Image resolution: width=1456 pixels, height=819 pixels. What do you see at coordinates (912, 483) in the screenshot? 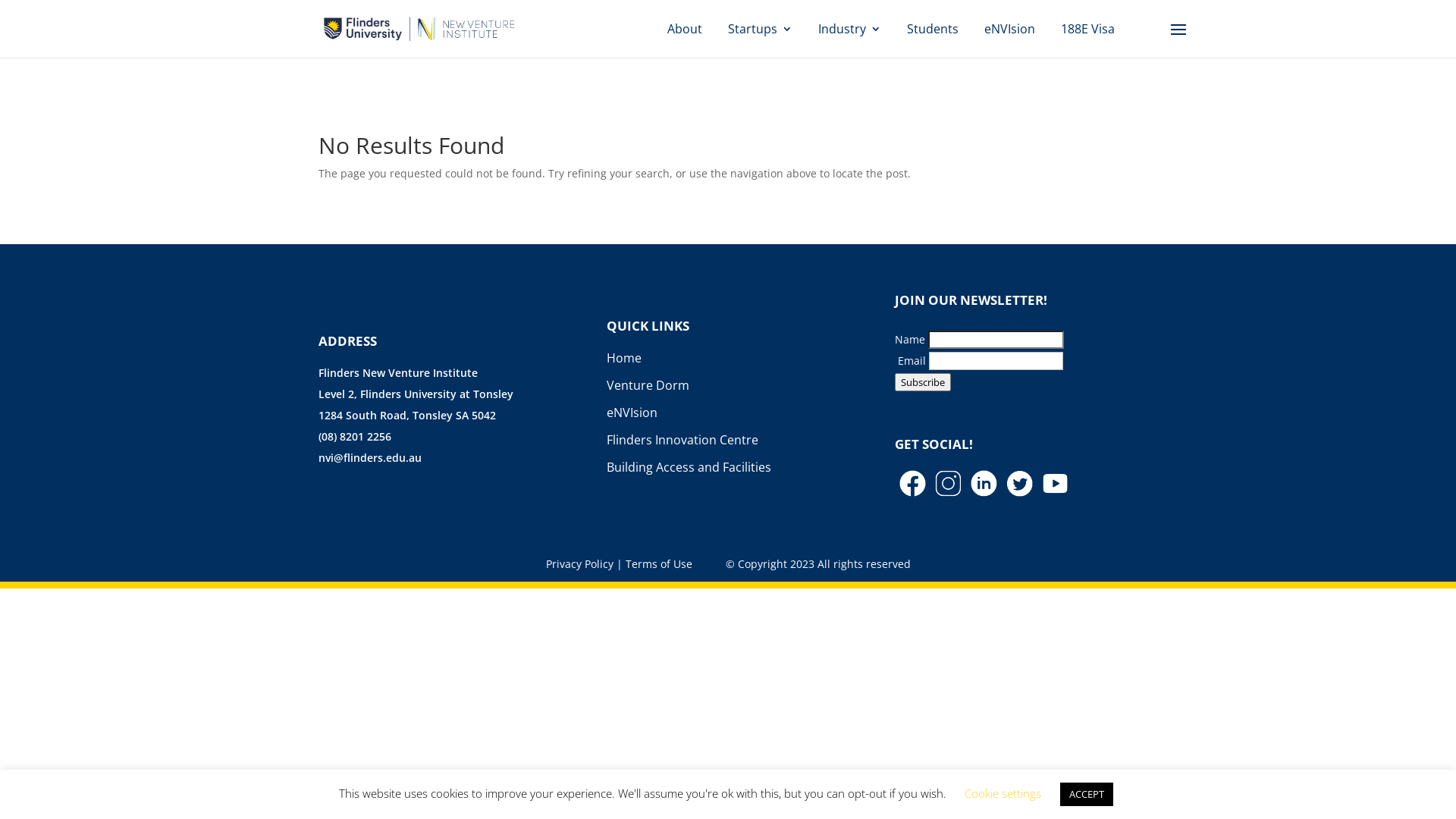
I see `'Facebook'` at bounding box center [912, 483].